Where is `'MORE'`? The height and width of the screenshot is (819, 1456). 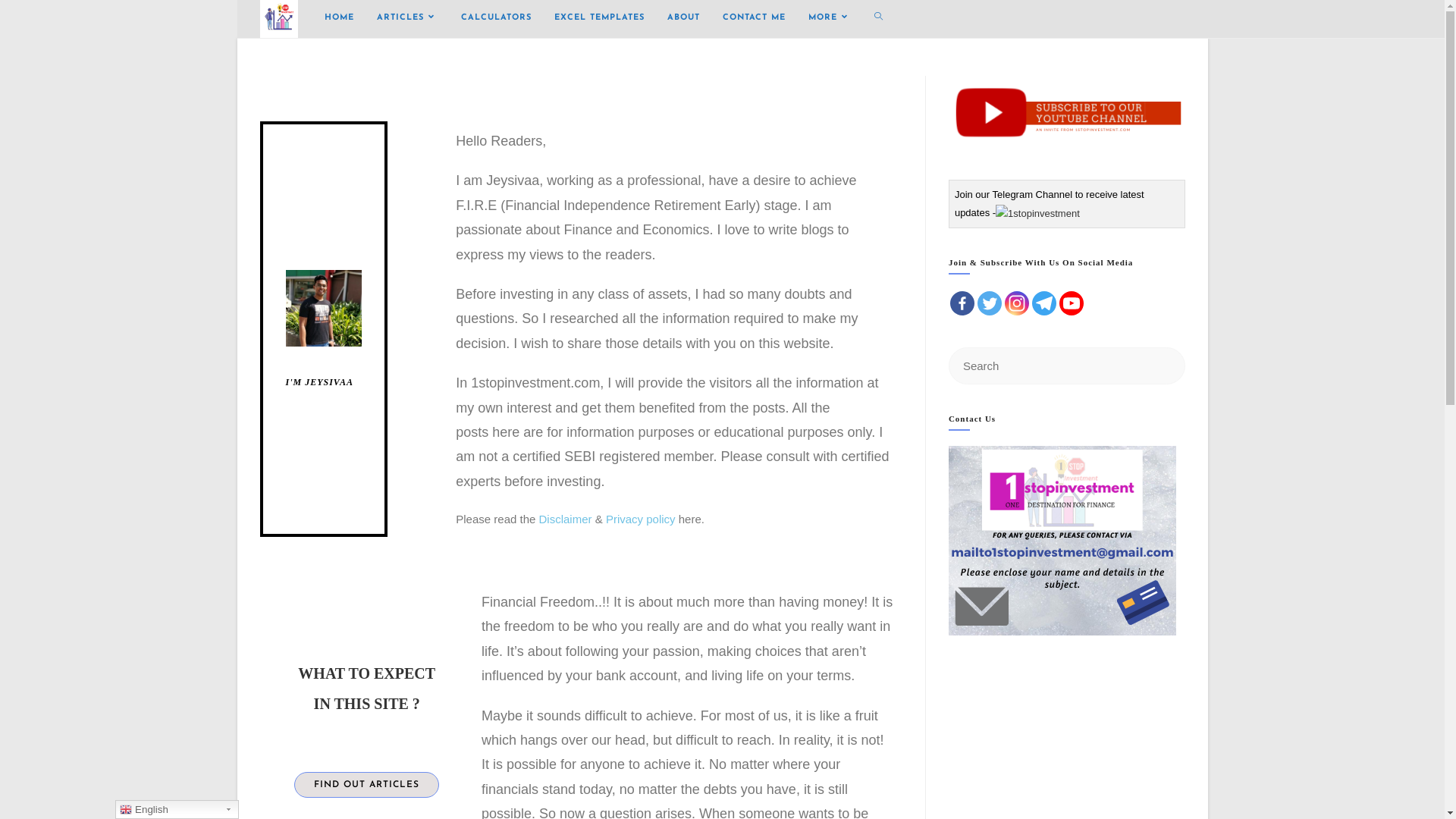 'MORE' is located at coordinates (828, 17).